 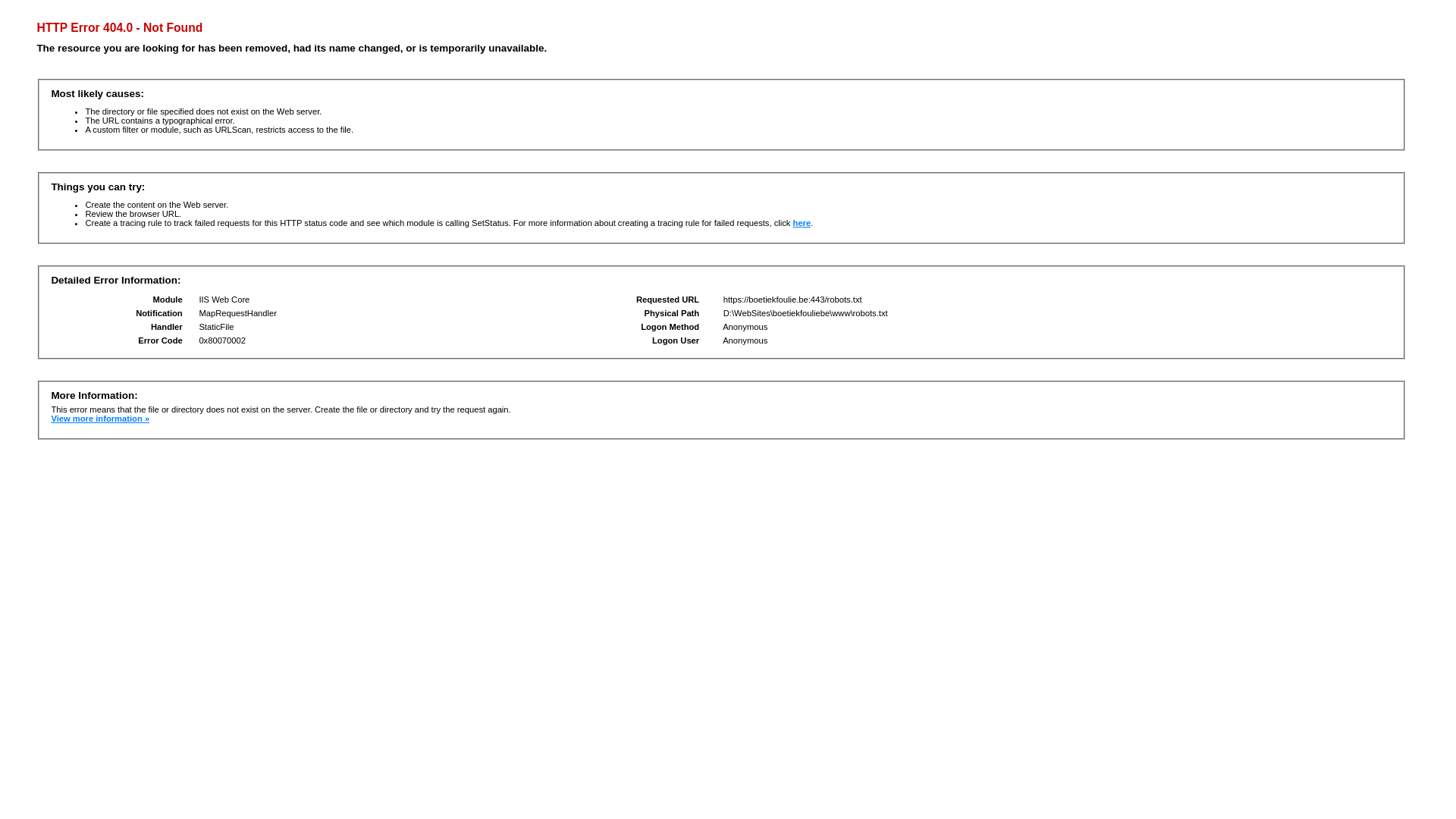 I want to click on 'here', so click(x=801, y=222).